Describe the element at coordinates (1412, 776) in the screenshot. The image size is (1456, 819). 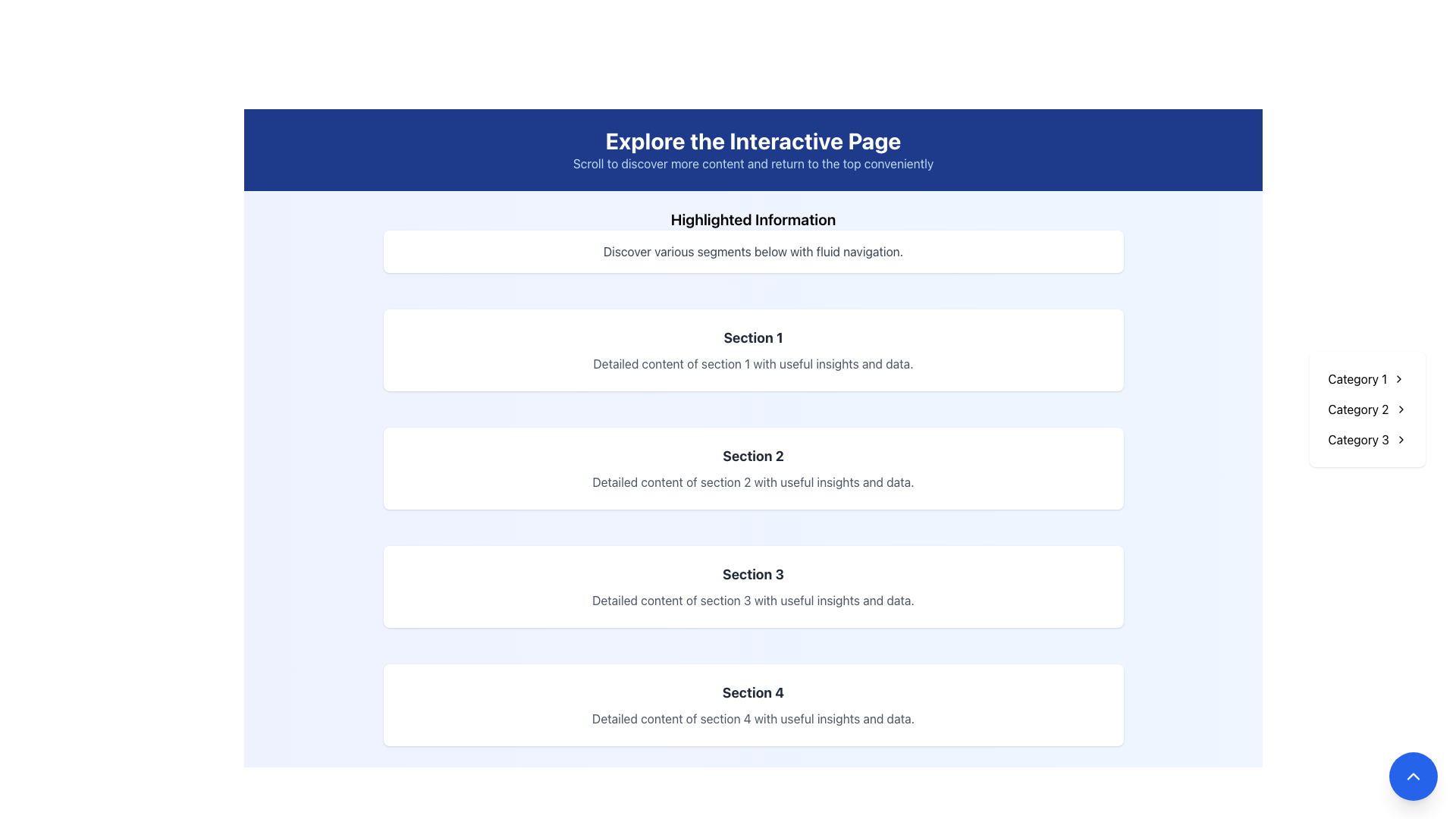
I see `the circular scroll-to-top button with a blue background and white chevron icon, located at the bottom-right corner of the interface` at that location.